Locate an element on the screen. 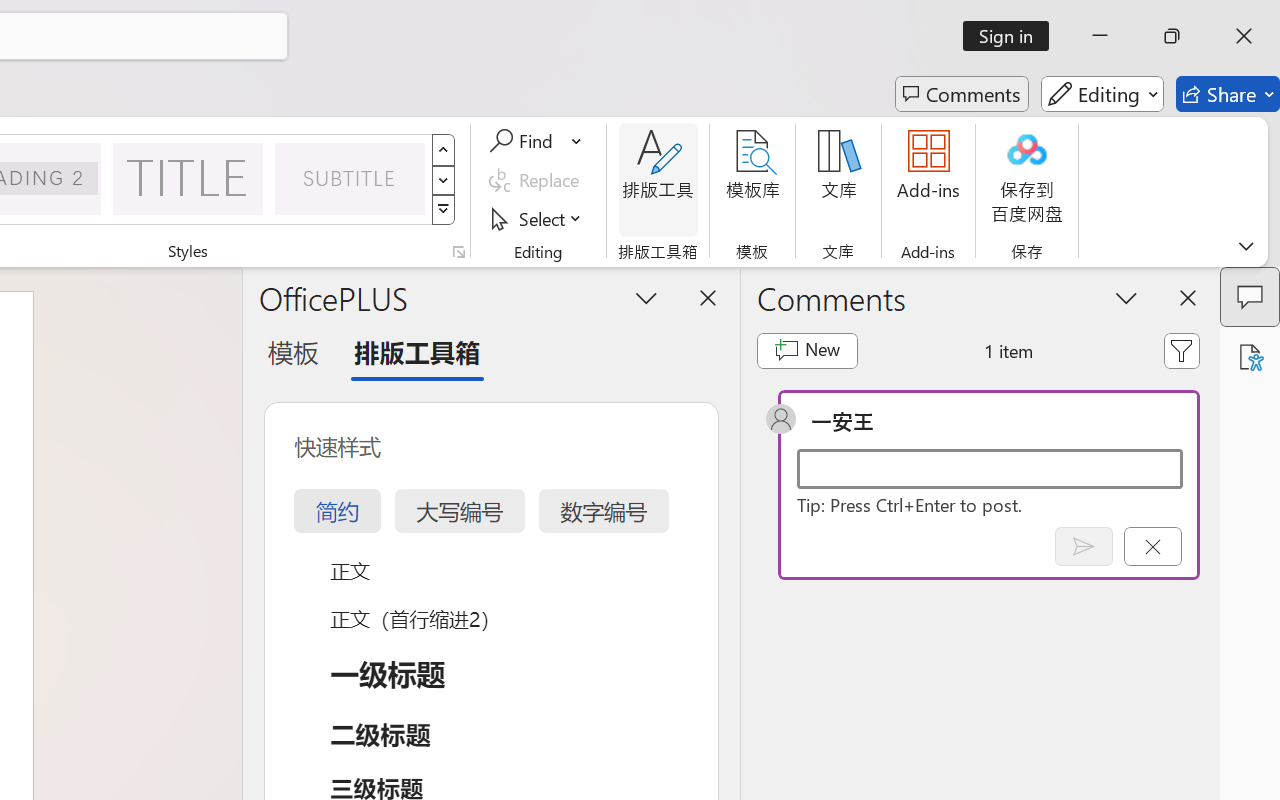 This screenshot has height=800, width=1280. 'Cancel' is located at coordinates (1152, 546).